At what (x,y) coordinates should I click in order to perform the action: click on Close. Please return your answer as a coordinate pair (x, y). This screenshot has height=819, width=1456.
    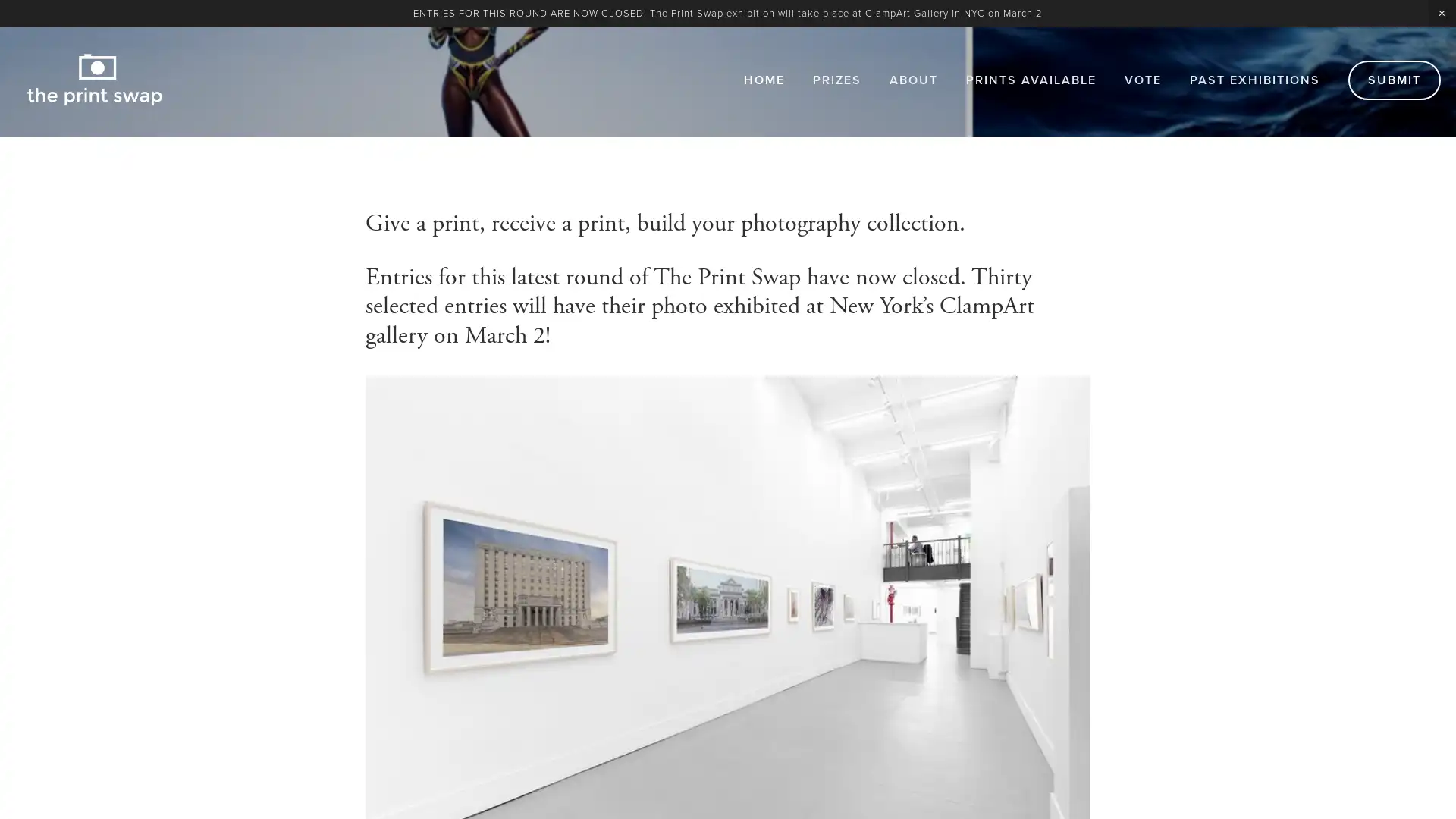
    Looking at the image, I should click on (944, 238).